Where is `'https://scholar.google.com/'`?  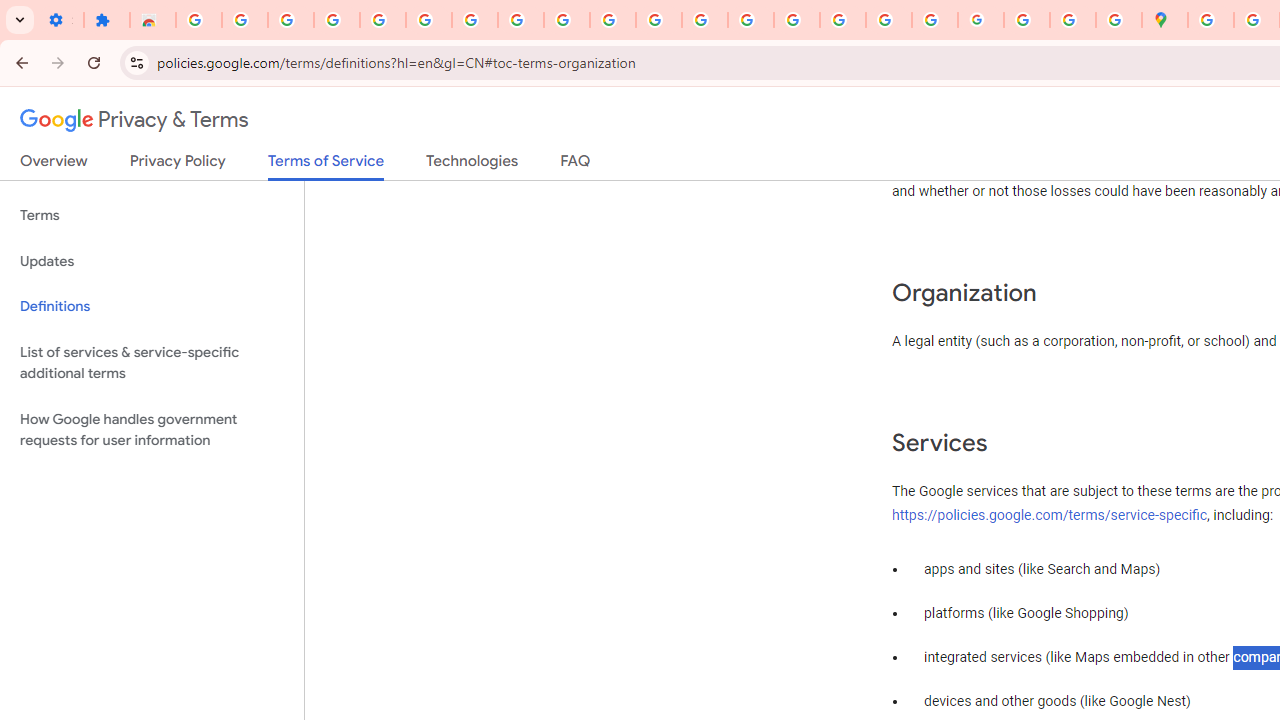
'https://scholar.google.com/' is located at coordinates (705, 20).